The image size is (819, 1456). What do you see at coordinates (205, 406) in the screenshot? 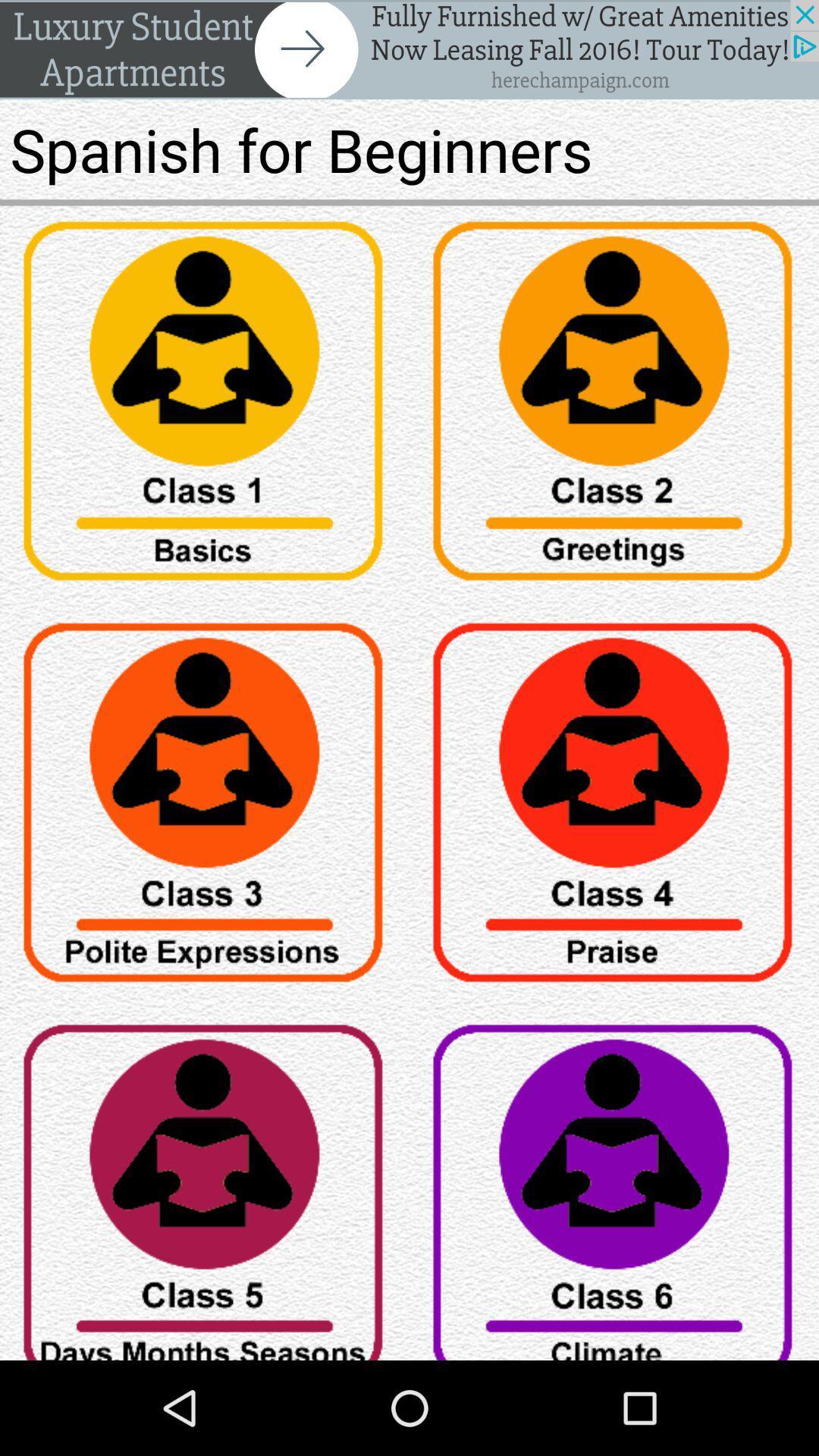
I see `class one` at bounding box center [205, 406].